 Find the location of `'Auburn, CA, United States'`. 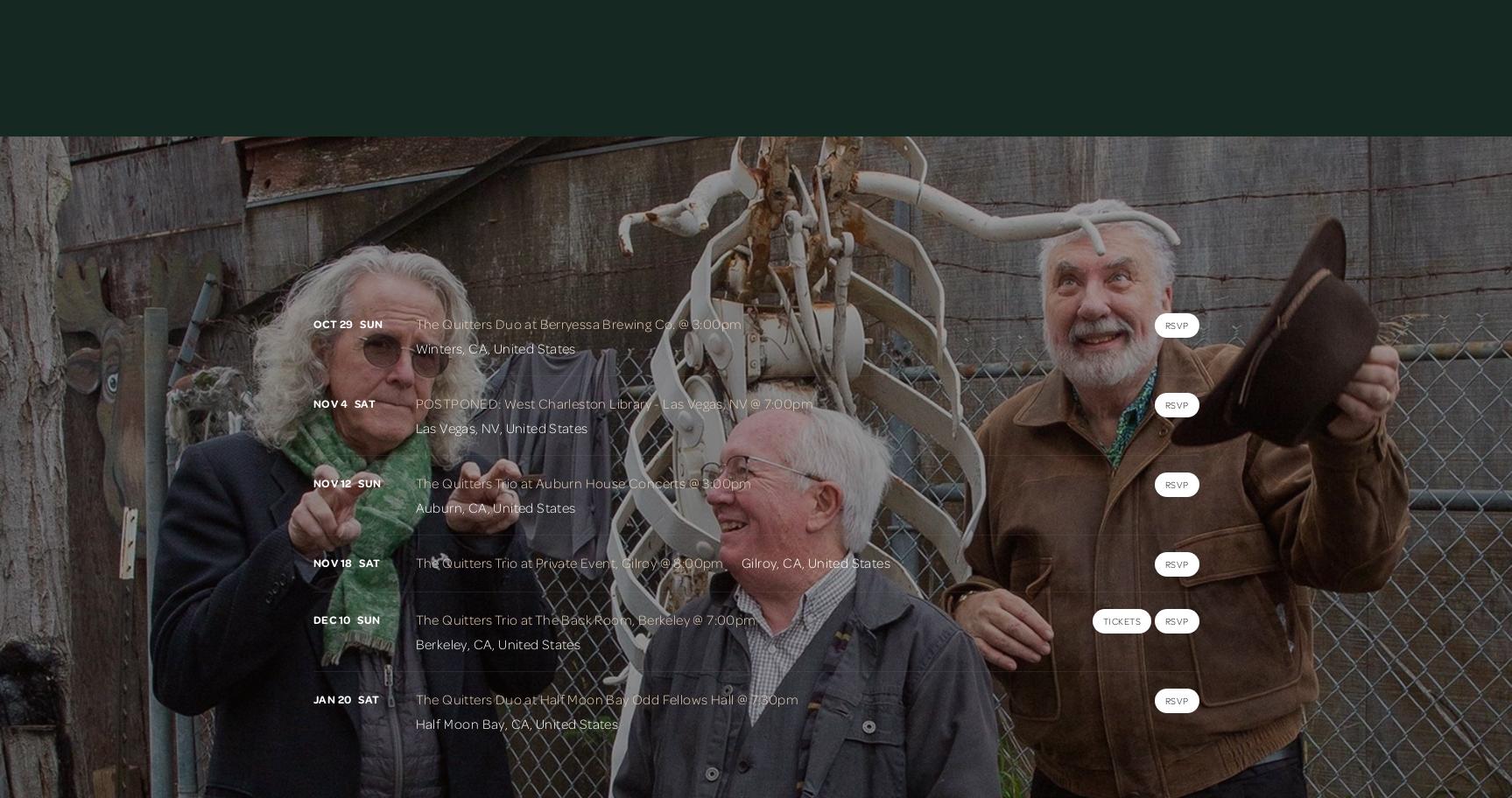

'Auburn, CA, United States' is located at coordinates (494, 507).